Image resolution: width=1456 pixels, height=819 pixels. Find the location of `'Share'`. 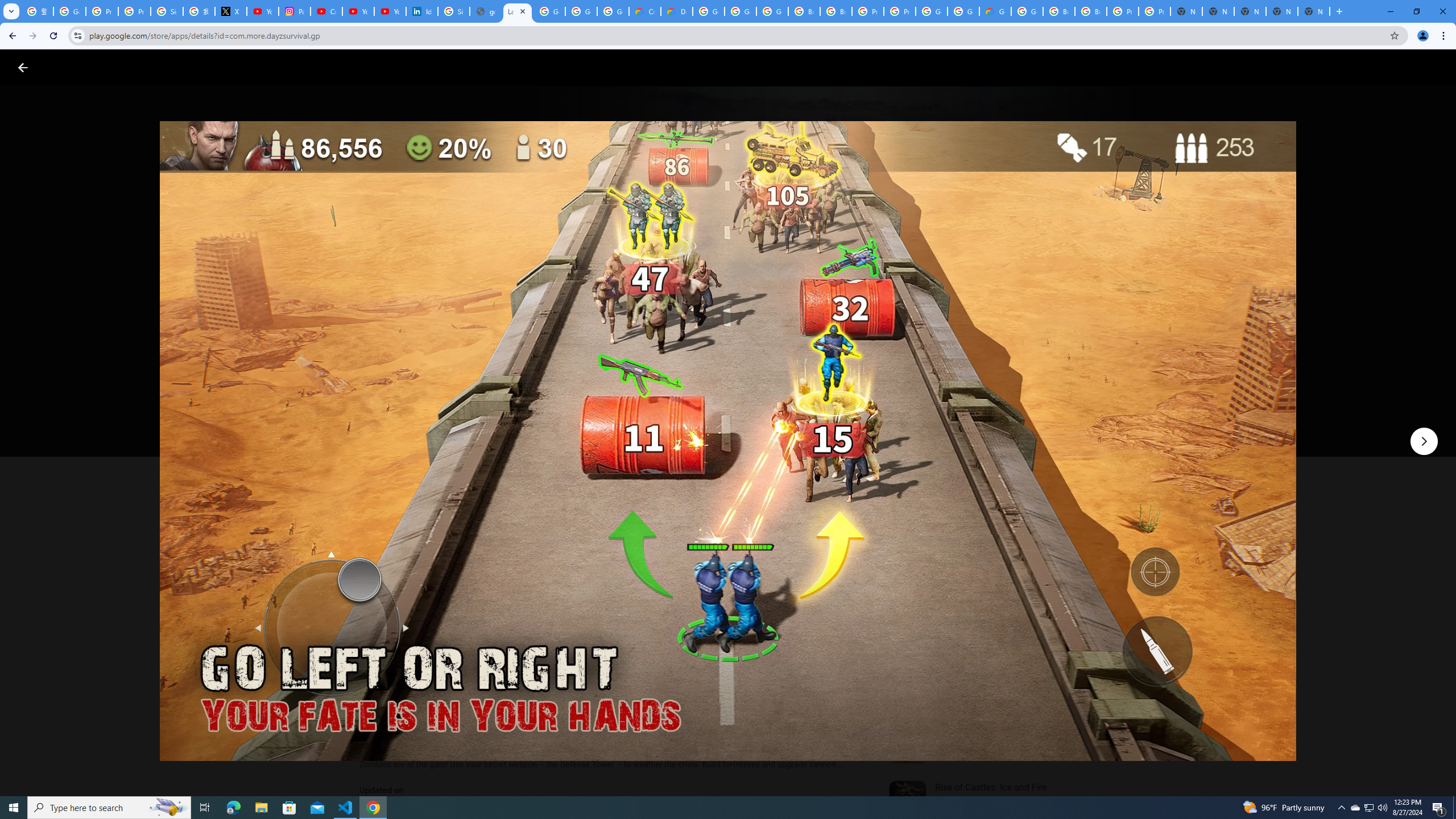

'Share' is located at coordinates (506, 423).